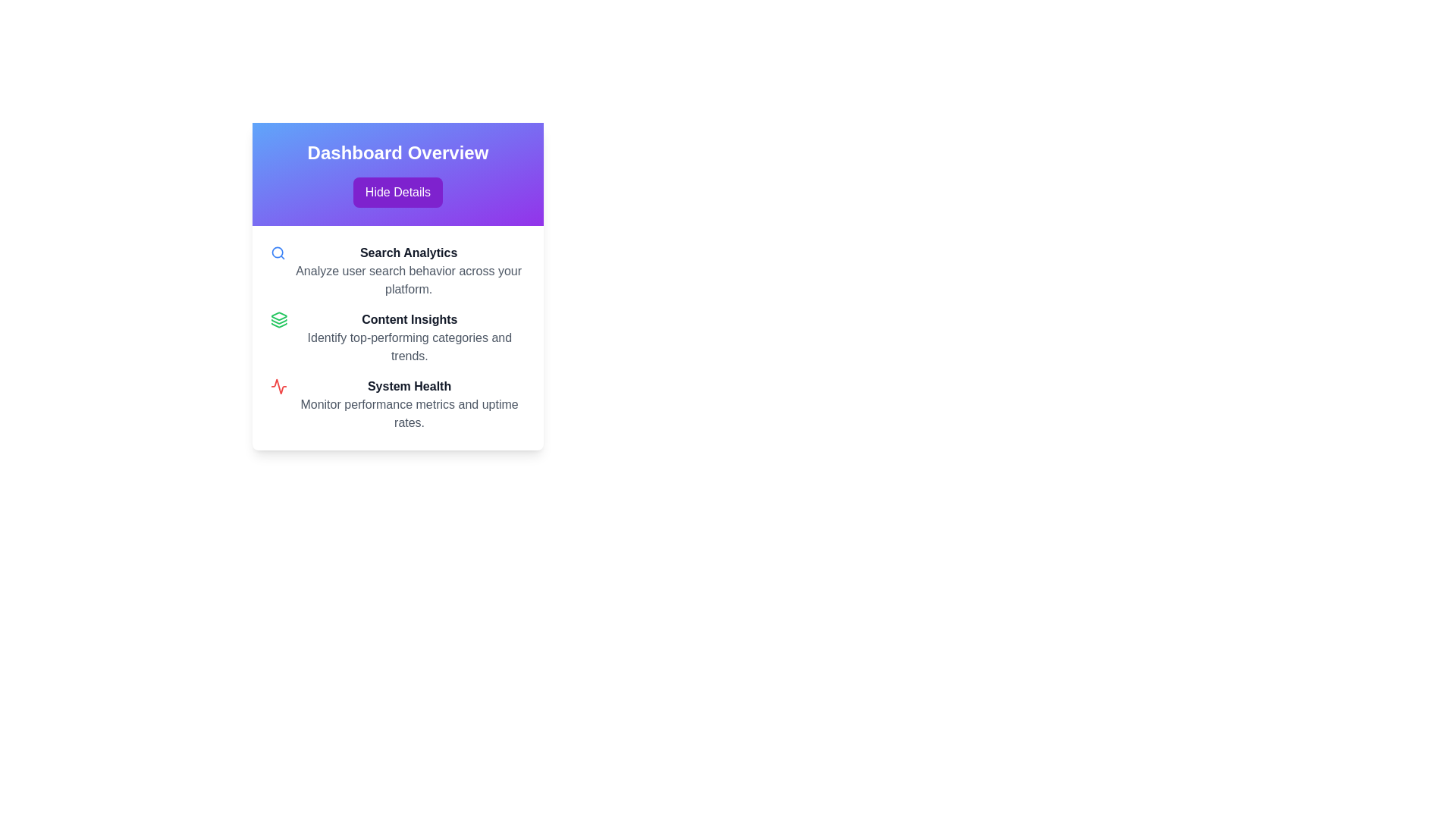  What do you see at coordinates (409, 281) in the screenshot?
I see `the text element displaying 'Analyze user search behavior across your platform.' which is styled in gray font and located below the title 'Search Analytics'` at bounding box center [409, 281].